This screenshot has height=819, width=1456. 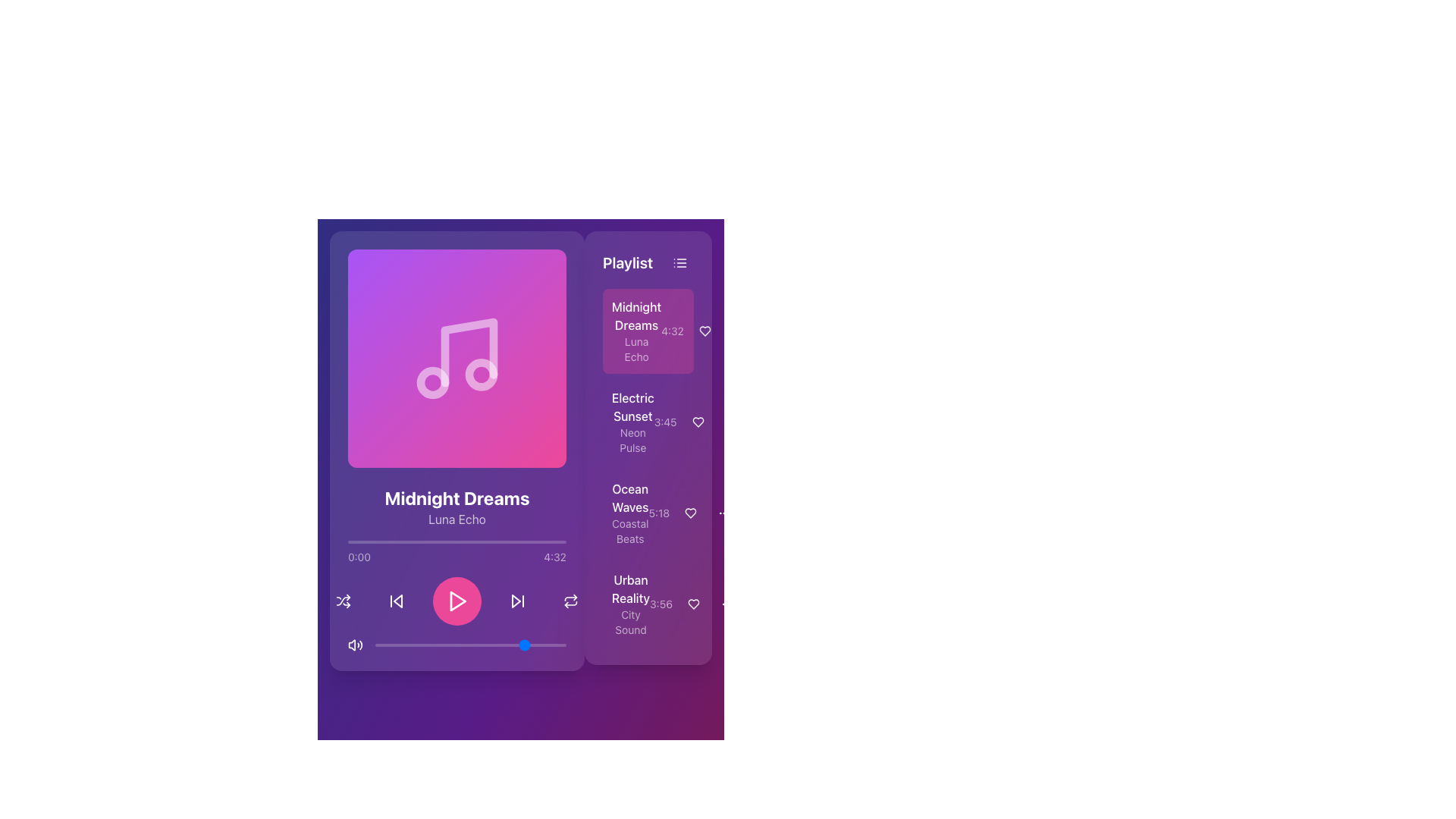 What do you see at coordinates (457, 601) in the screenshot?
I see `the play button located centrally in the player control section to observe the hover effect` at bounding box center [457, 601].